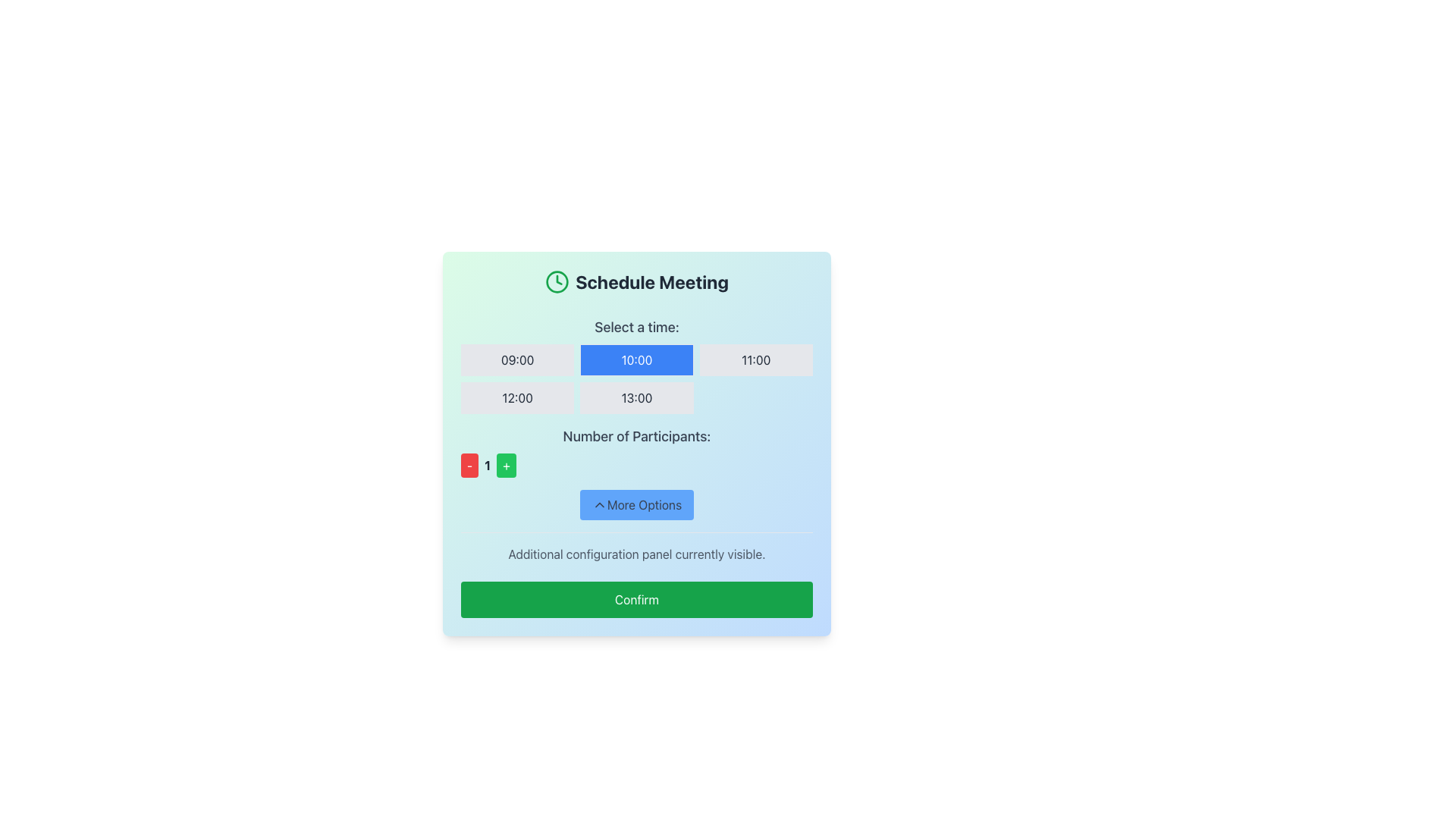 The image size is (1456, 819). Describe the element at coordinates (558, 280) in the screenshot. I see `the inner part of the clock icon represented by the vector graphic, which symbolizes the hands of the clock indicating time` at that location.